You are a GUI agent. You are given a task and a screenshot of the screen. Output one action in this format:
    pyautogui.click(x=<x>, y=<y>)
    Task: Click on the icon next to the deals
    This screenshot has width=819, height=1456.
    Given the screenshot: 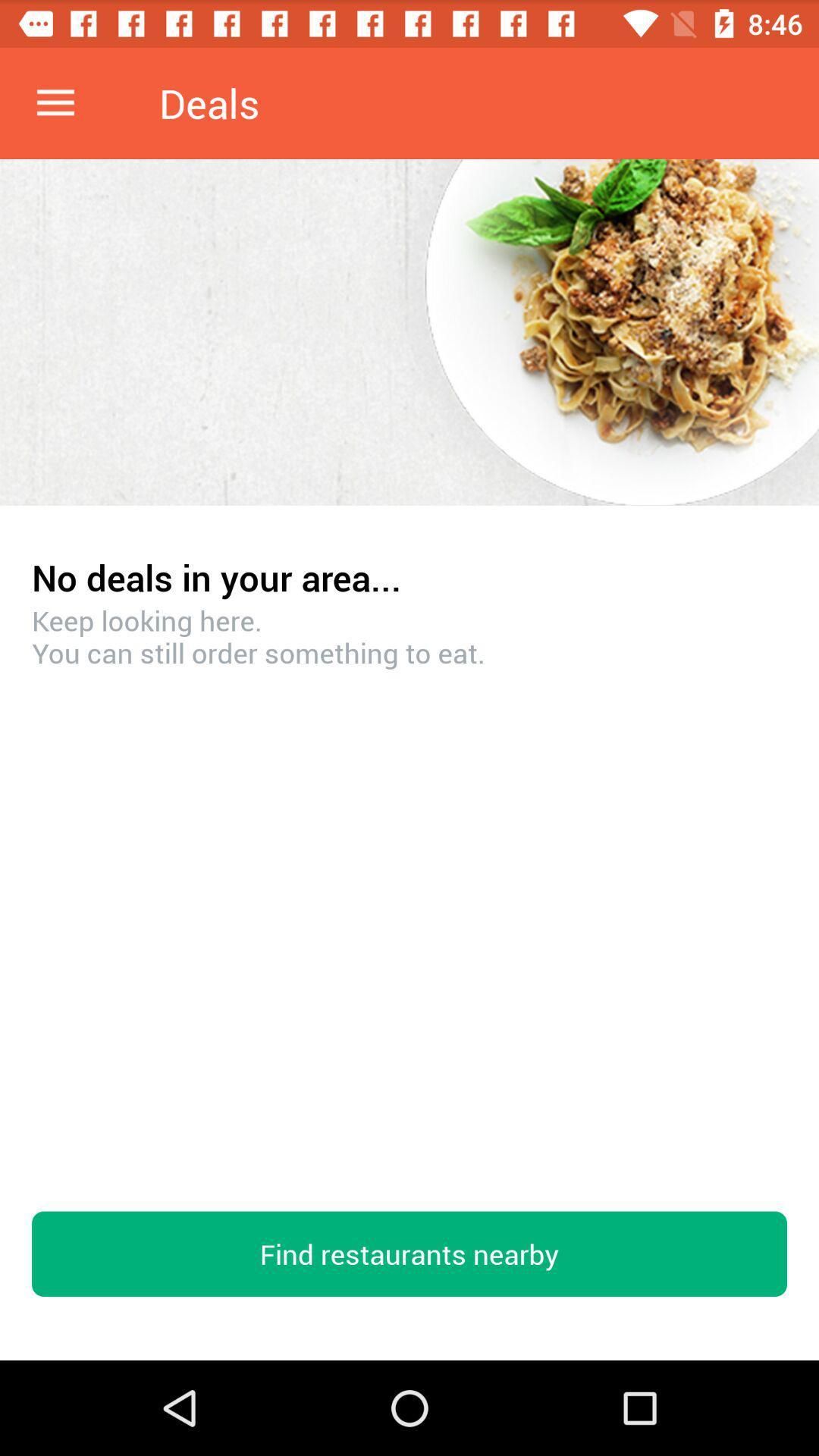 What is the action you would take?
    pyautogui.click(x=55, y=102)
    